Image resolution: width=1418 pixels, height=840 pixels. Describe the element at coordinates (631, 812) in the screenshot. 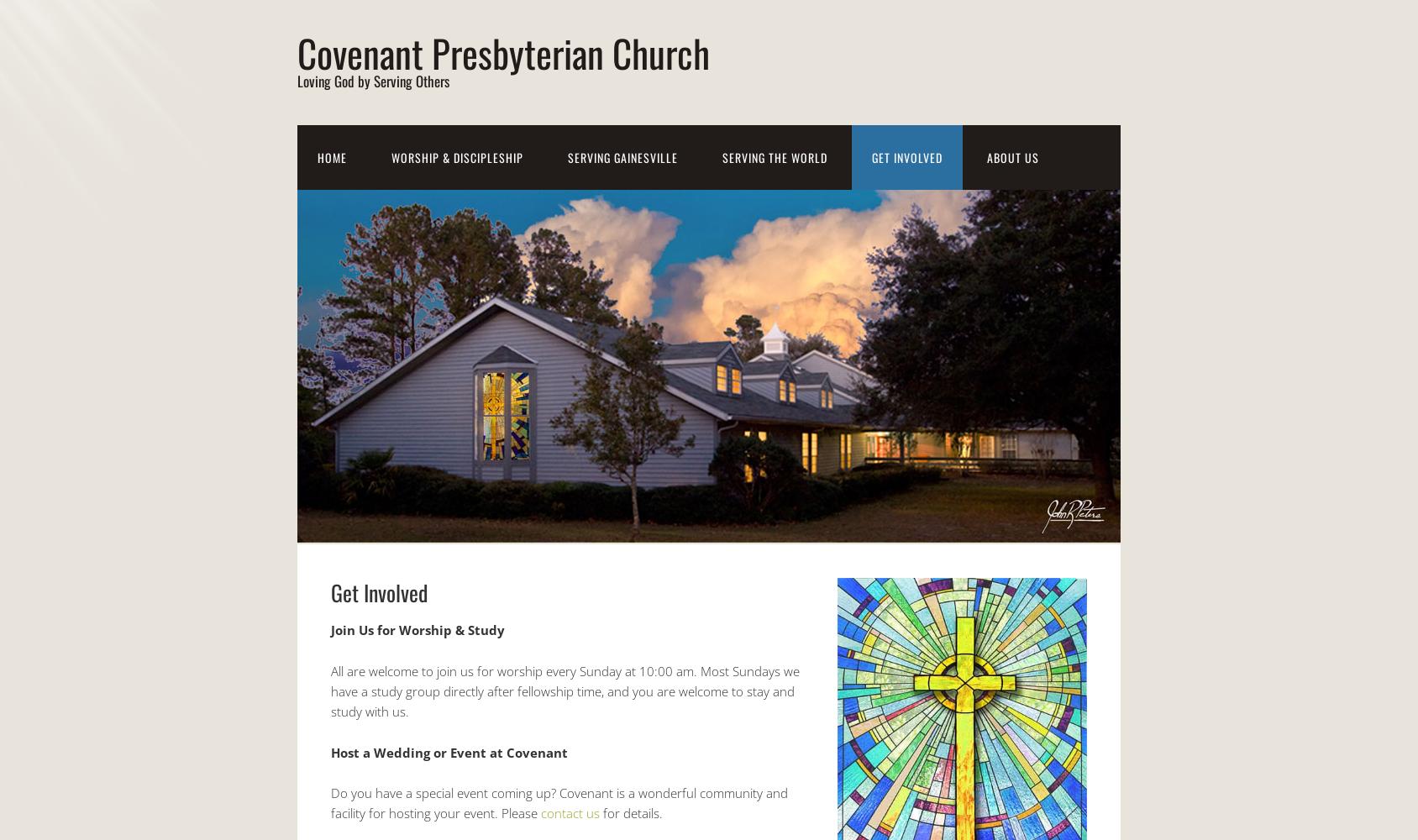

I see `'for details.'` at that location.